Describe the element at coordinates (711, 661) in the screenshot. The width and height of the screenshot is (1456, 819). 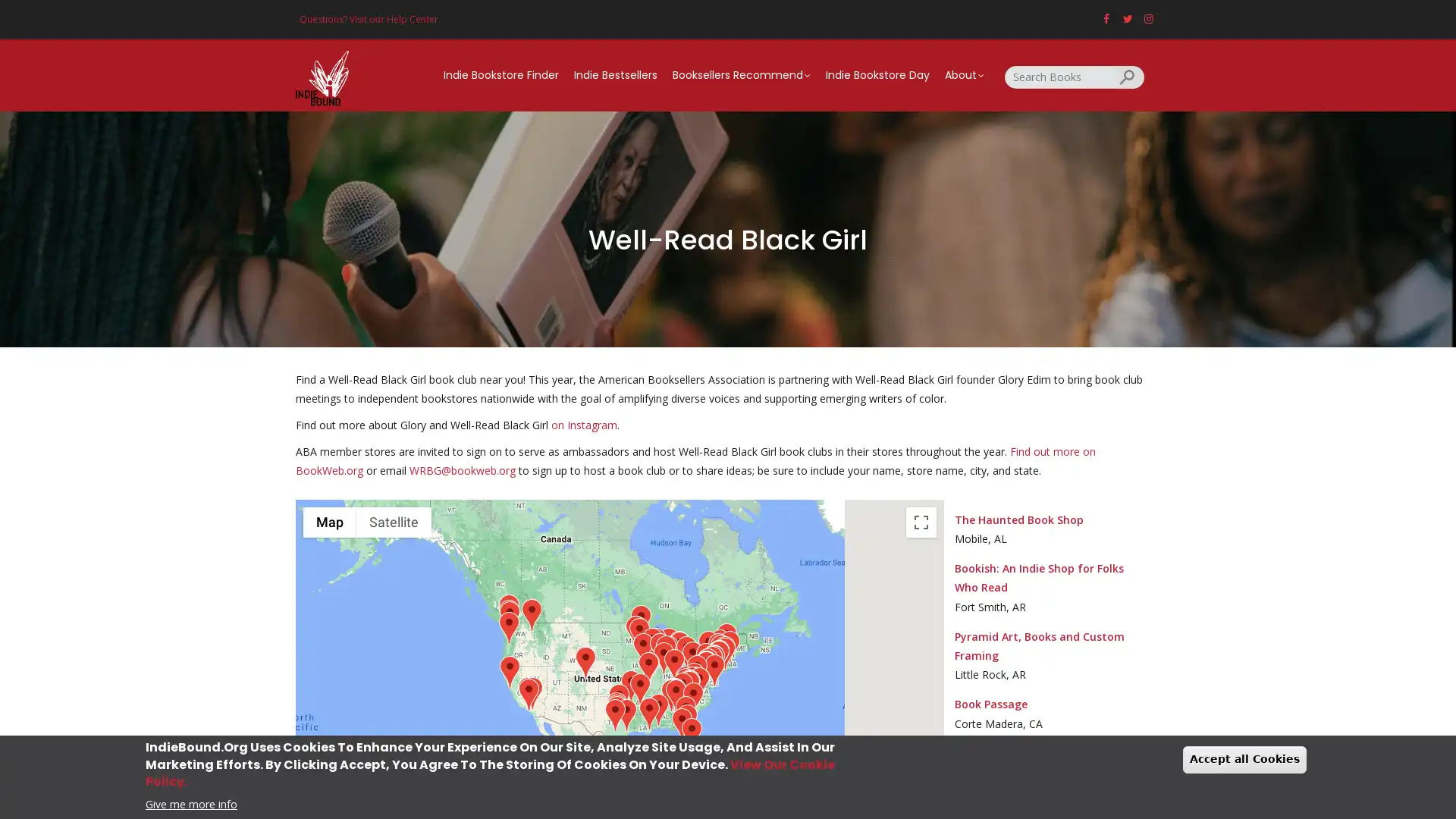
I see `Books & Bagels` at that location.